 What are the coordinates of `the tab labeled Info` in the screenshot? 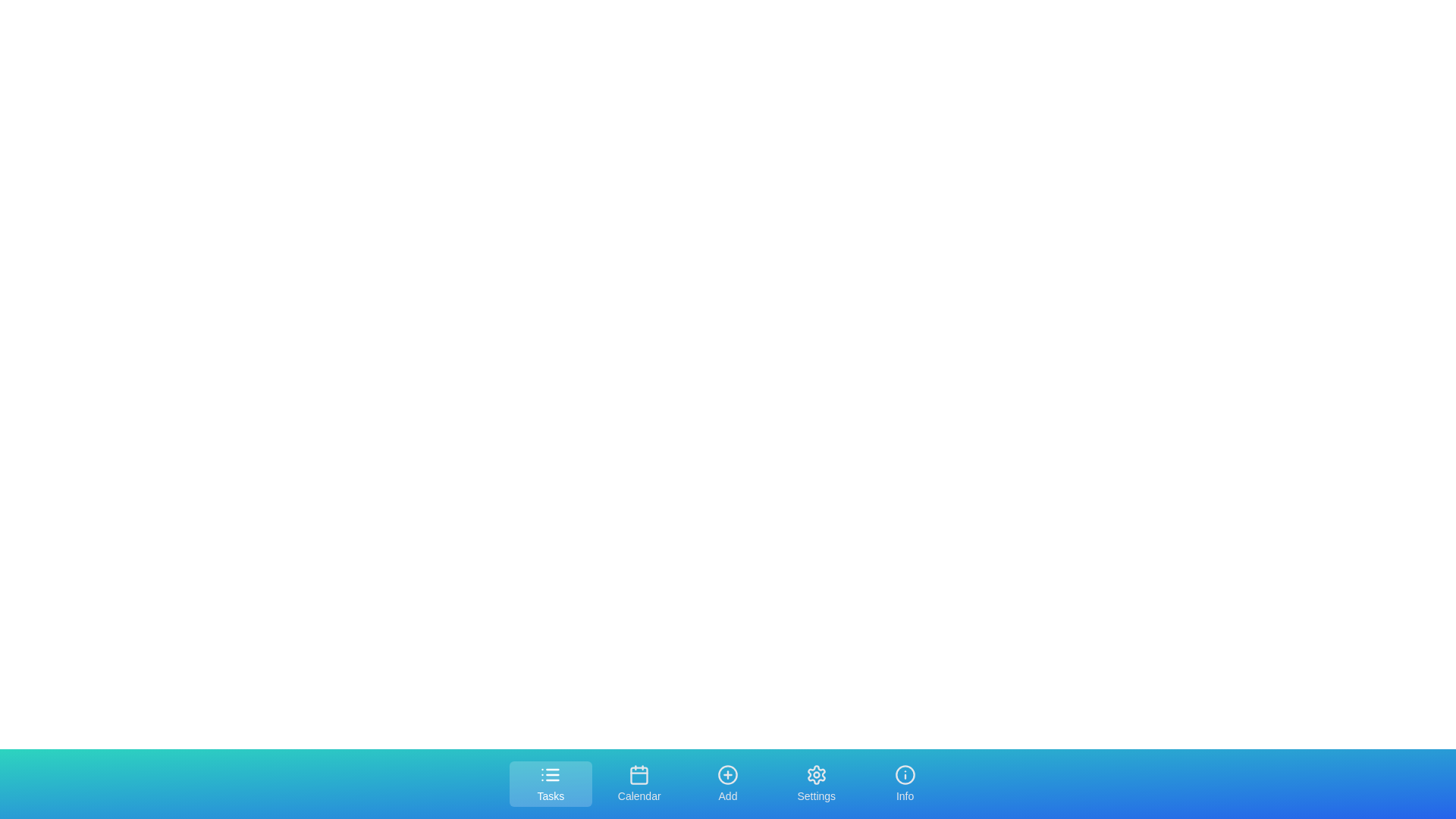 It's located at (905, 783).